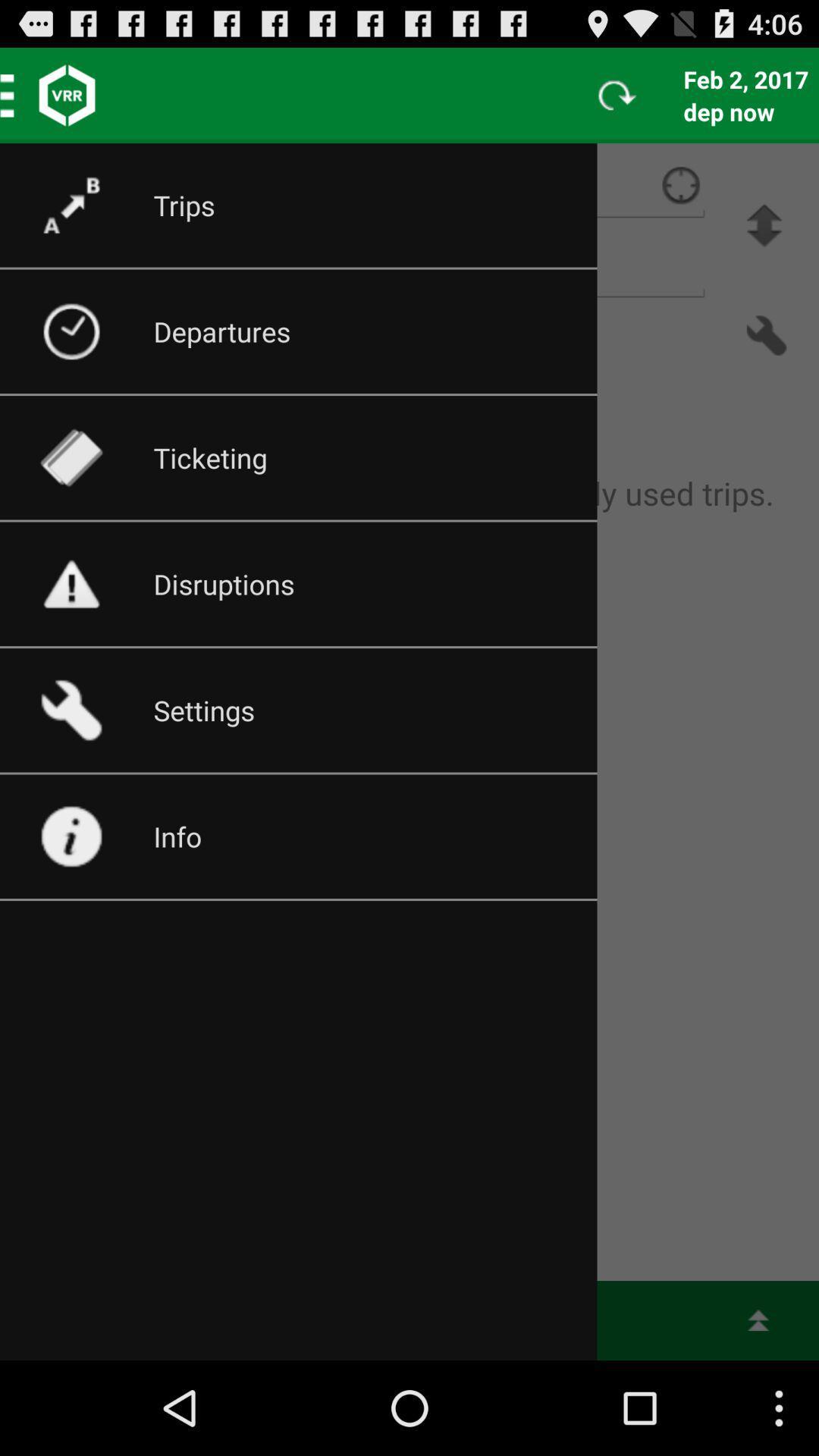 The width and height of the screenshot is (819, 1456). Describe the element at coordinates (617, 94) in the screenshot. I see `the refresh button on the web page` at that location.